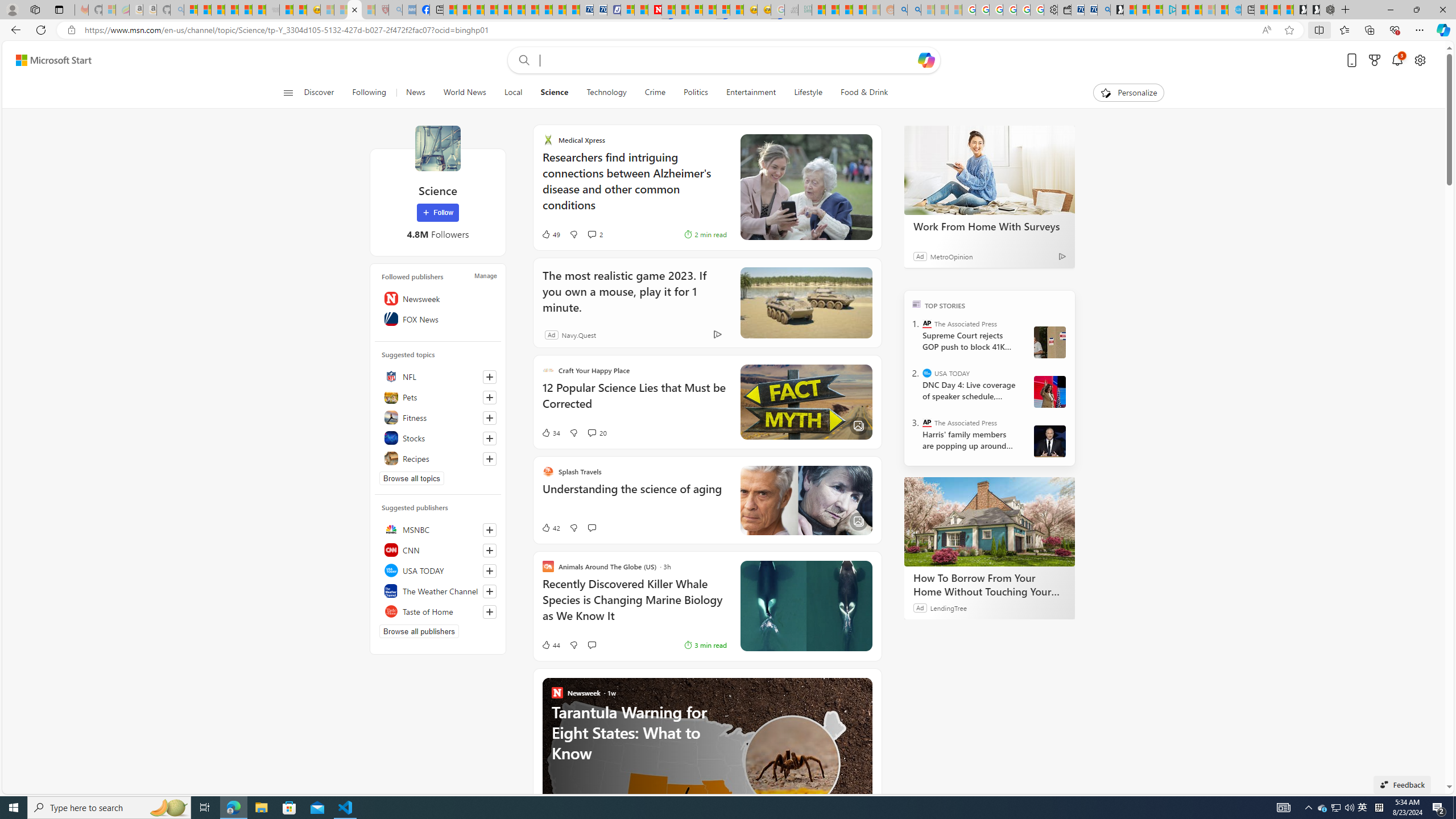 The width and height of the screenshot is (1456, 819). Describe the element at coordinates (477, 9) in the screenshot. I see `'World - MSN'` at that location.